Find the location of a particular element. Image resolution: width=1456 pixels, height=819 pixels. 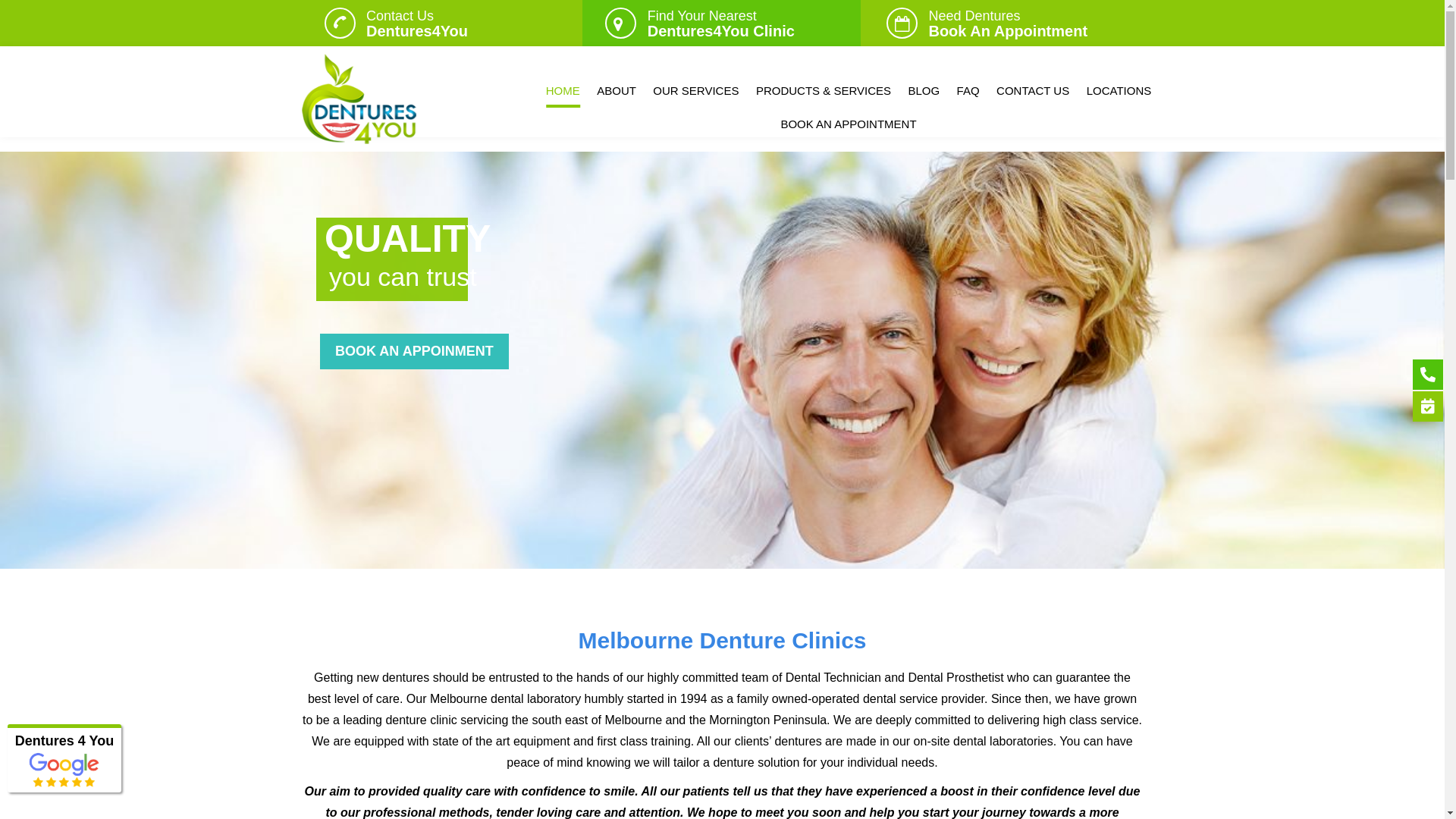

'OUR SERVICES' is located at coordinates (695, 90).